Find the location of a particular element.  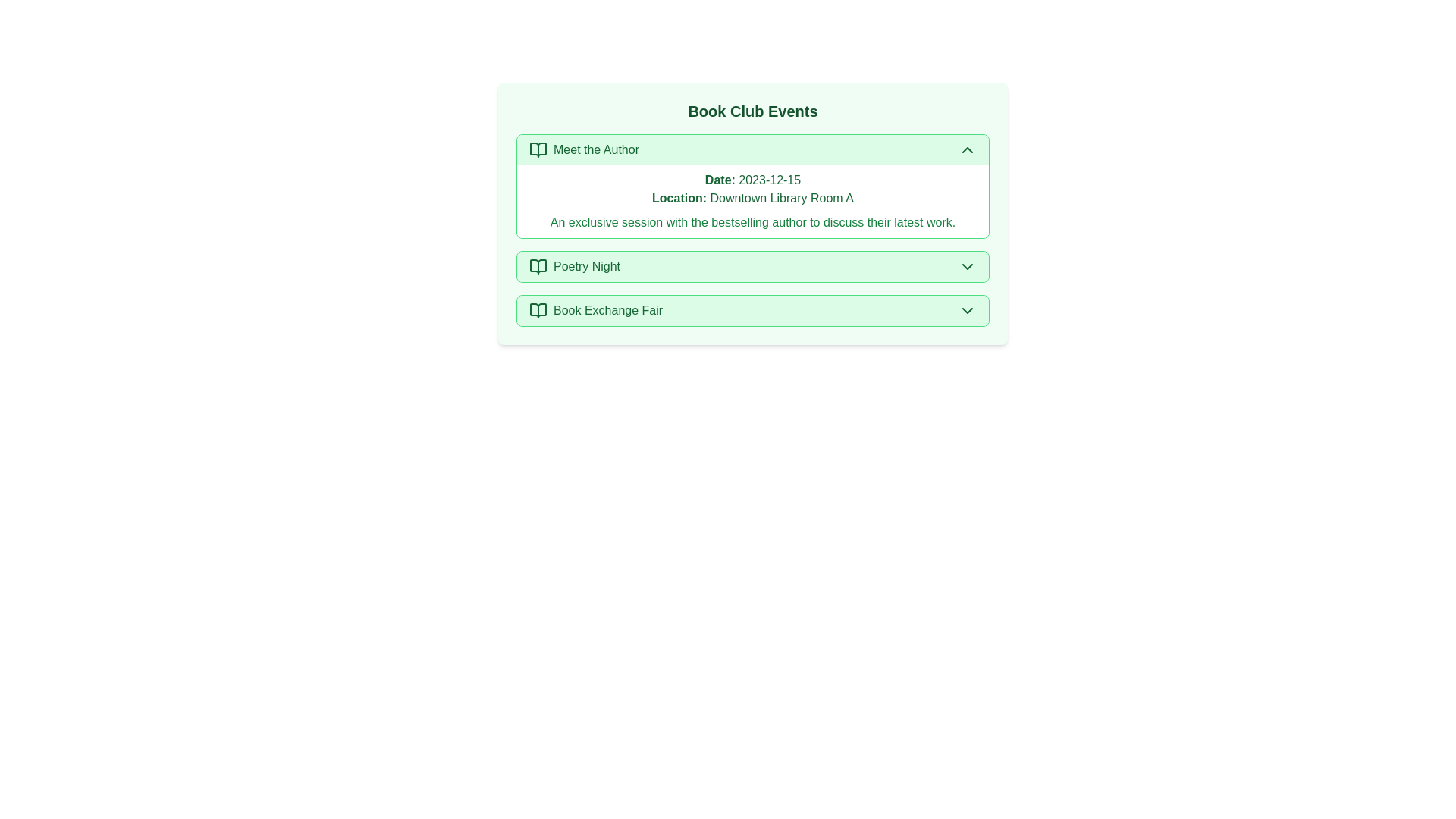

text label displaying 'Meet the Author' which is styled in green and located at the top of the event entry card for 'Meet the Author' is located at coordinates (595, 149).